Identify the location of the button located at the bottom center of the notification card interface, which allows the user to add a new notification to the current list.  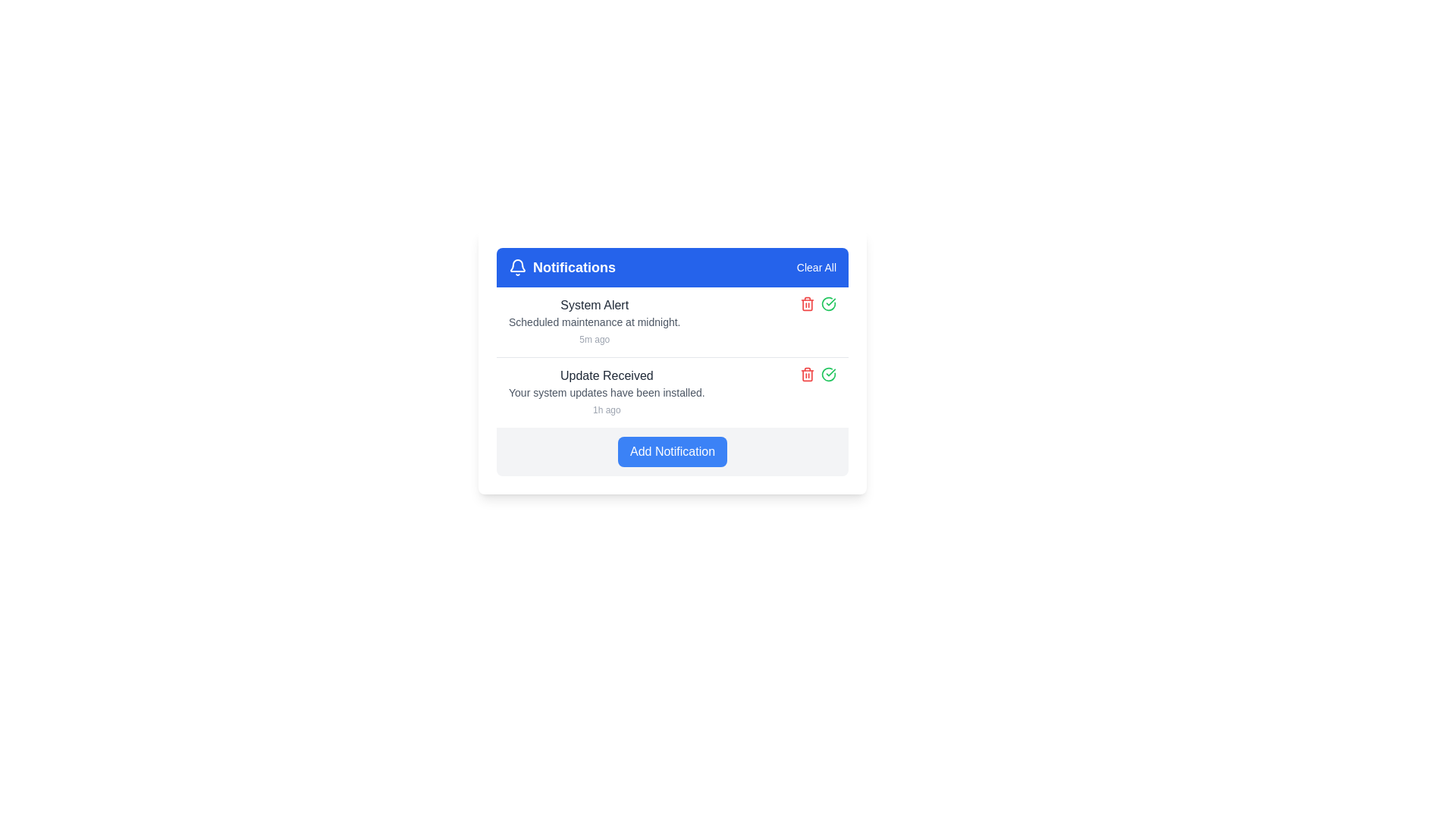
(672, 451).